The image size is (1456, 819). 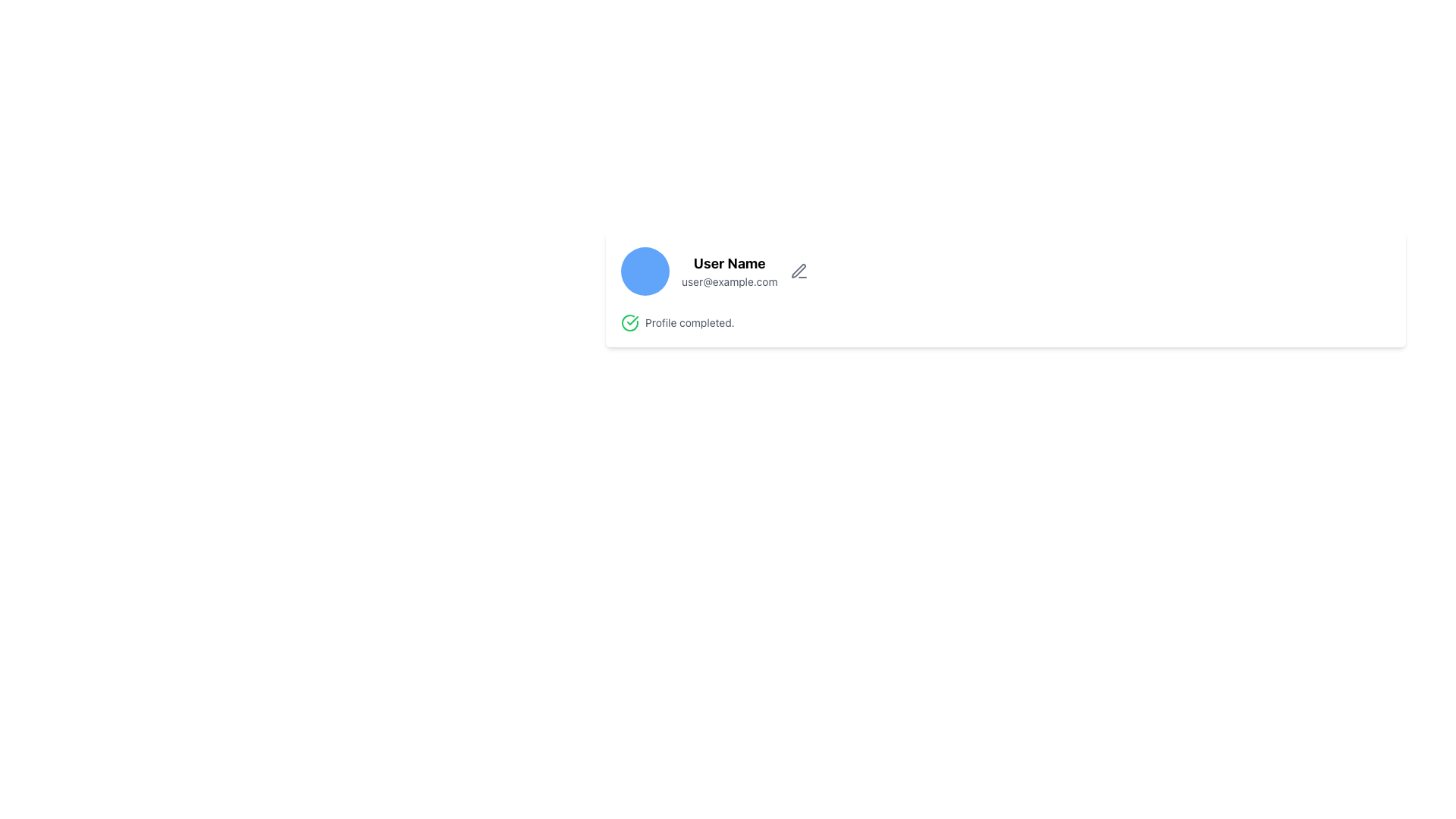 What do you see at coordinates (629, 322) in the screenshot?
I see `the green circular icon with a check mark inside, which indicates a successful or completed state, located to the left of the text 'Profile completed.'` at bounding box center [629, 322].